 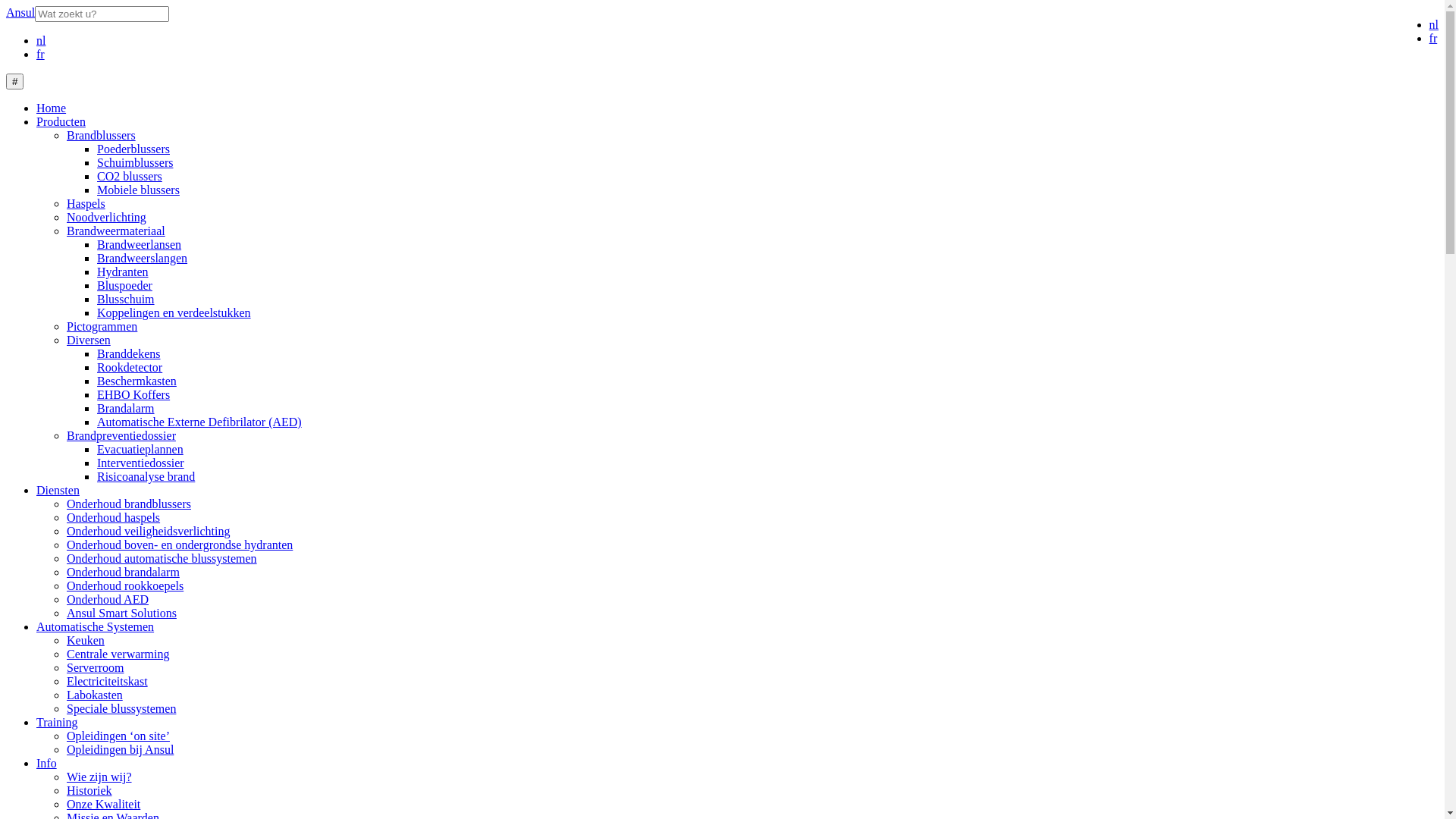 I want to click on 'Schuimblussers', so click(x=96, y=162).